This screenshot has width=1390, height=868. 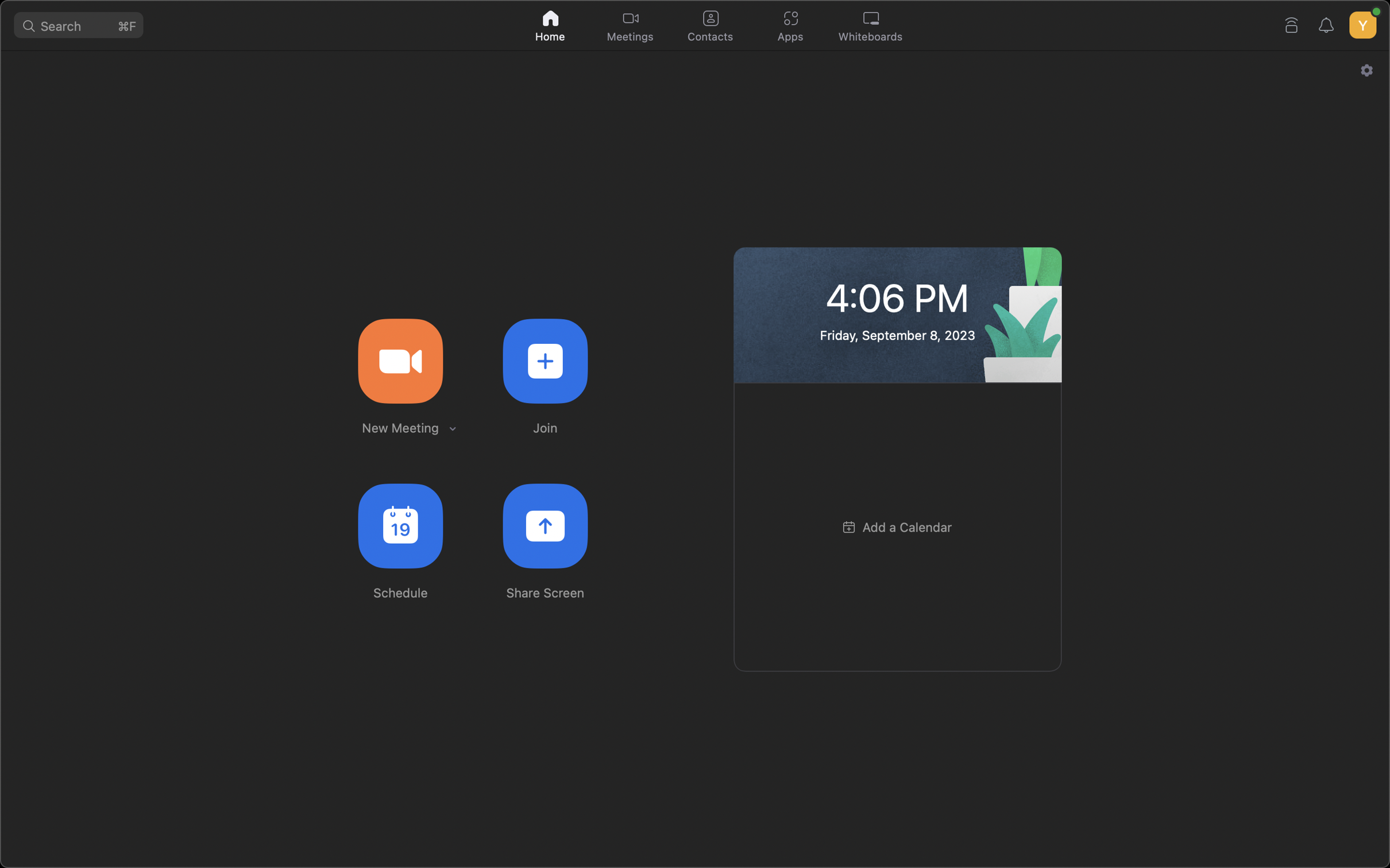 I want to click on Connect your device with a Zoom Room, so click(x=1292, y=22).